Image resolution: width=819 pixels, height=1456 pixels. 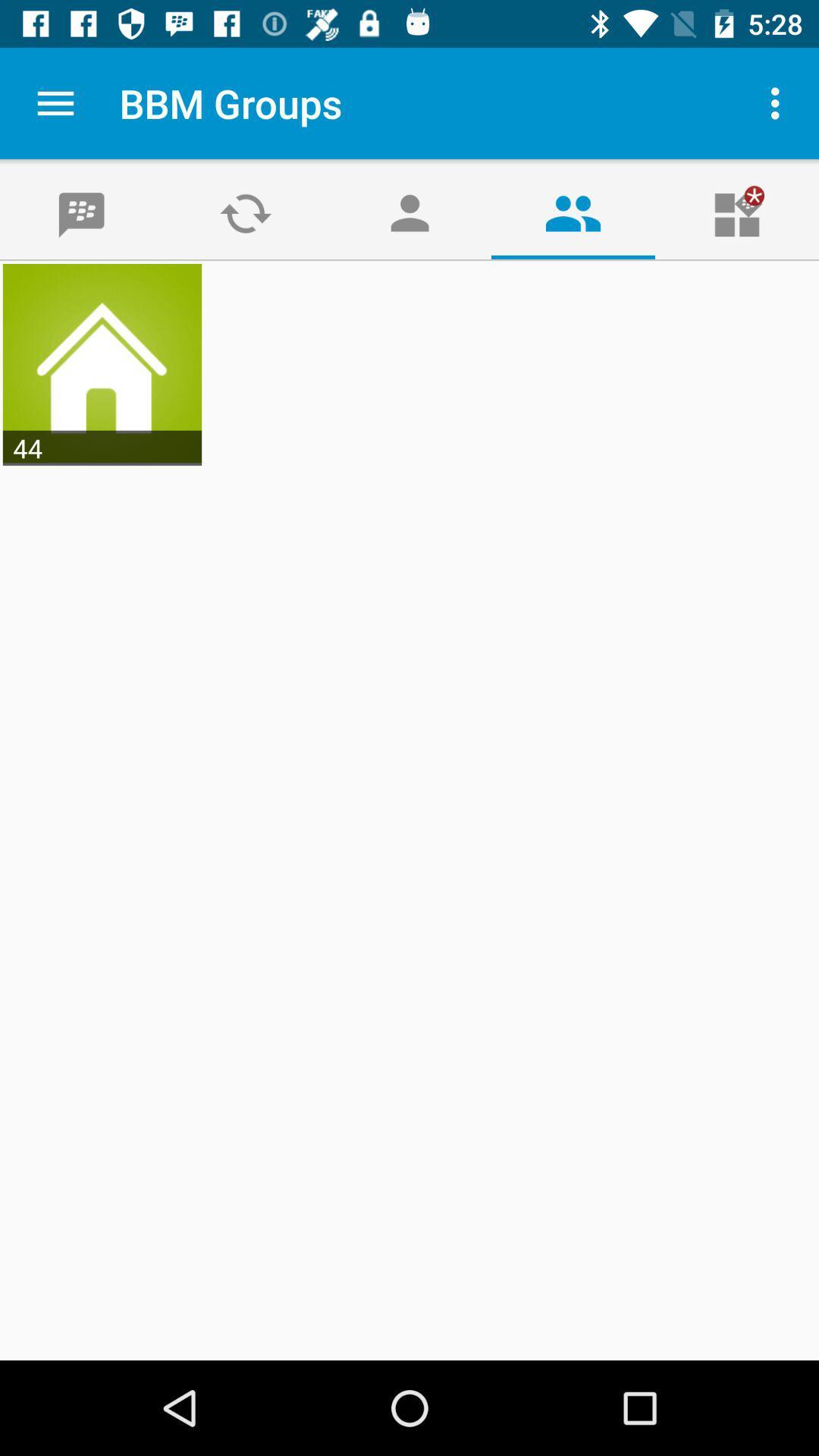 I want to click on the avatar icon, so click(x=409, y=212).